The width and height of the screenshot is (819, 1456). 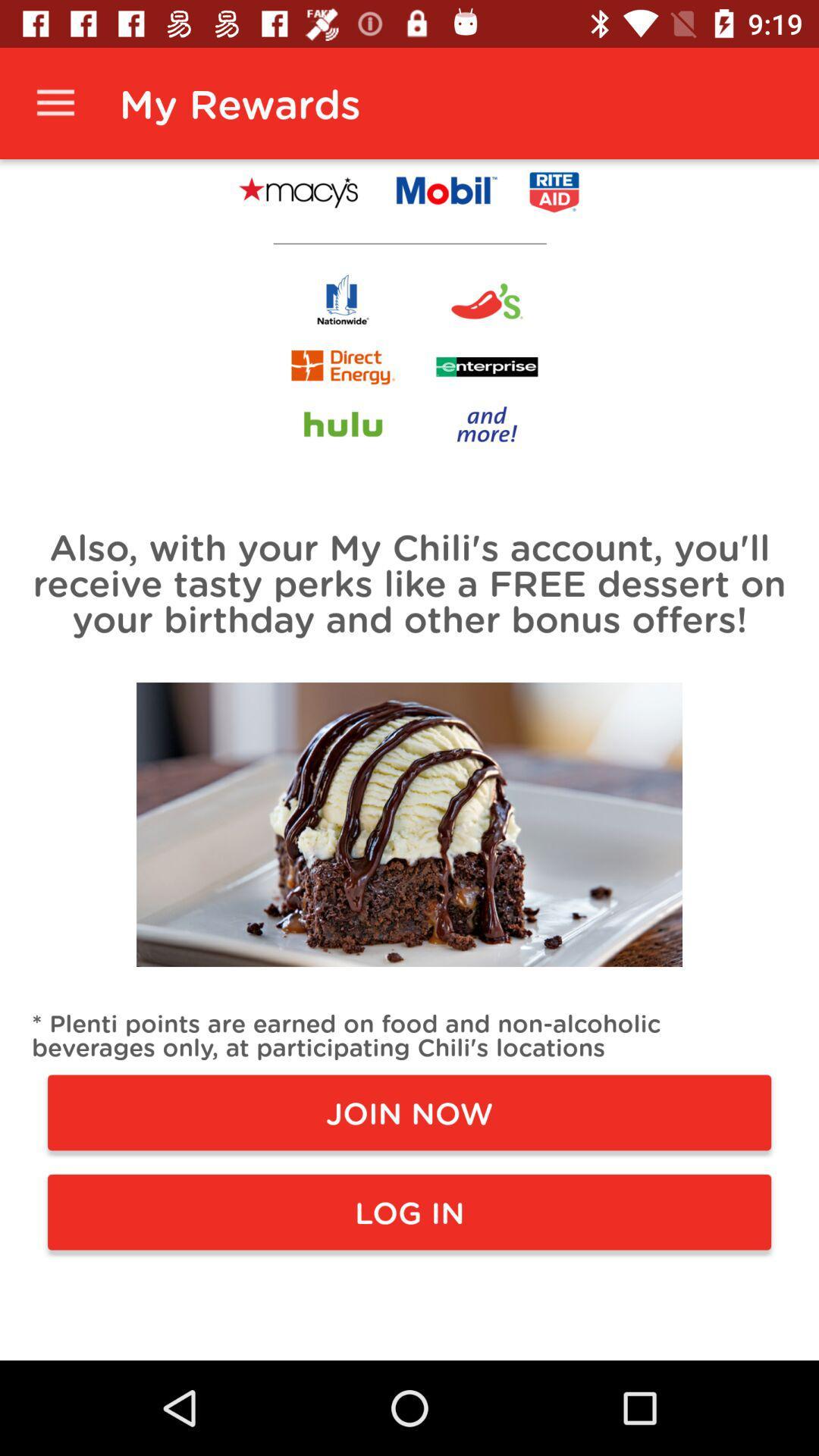 What do you see at coordinates (55, 102) in the screenshot?
I see `the icon to the left of the my rewards icon` at bounding box center [55, 102].